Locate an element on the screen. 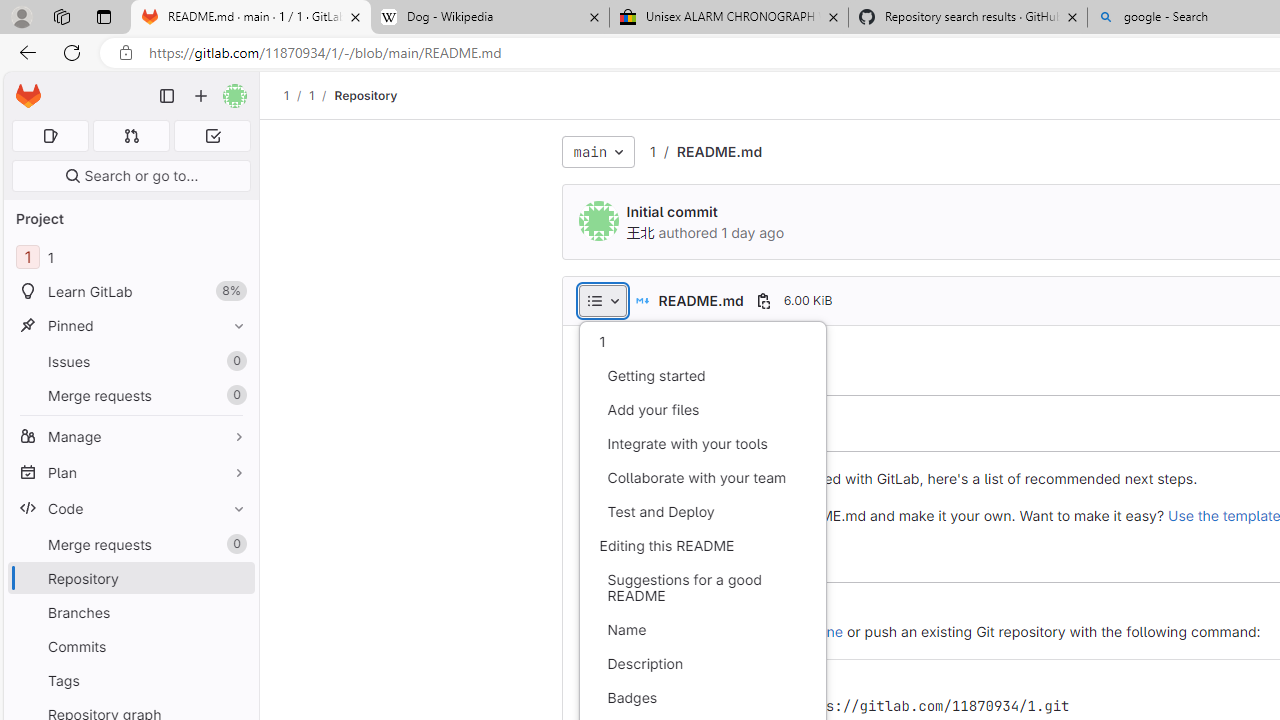  'Copy file path' is located at coordinates (762, 300).